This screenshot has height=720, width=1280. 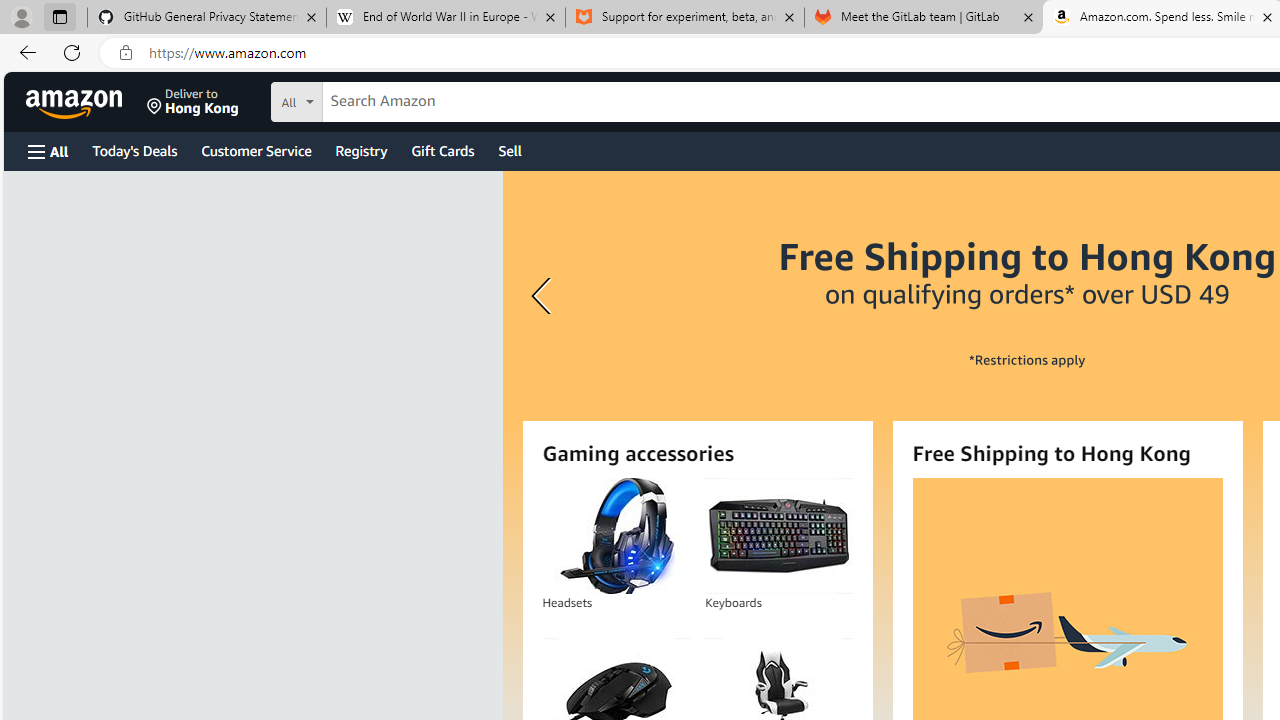 What do you see at coordinates (441, 149) in the screenshot?
I see `'Gift Cards'` at bounding box center [441, 149].